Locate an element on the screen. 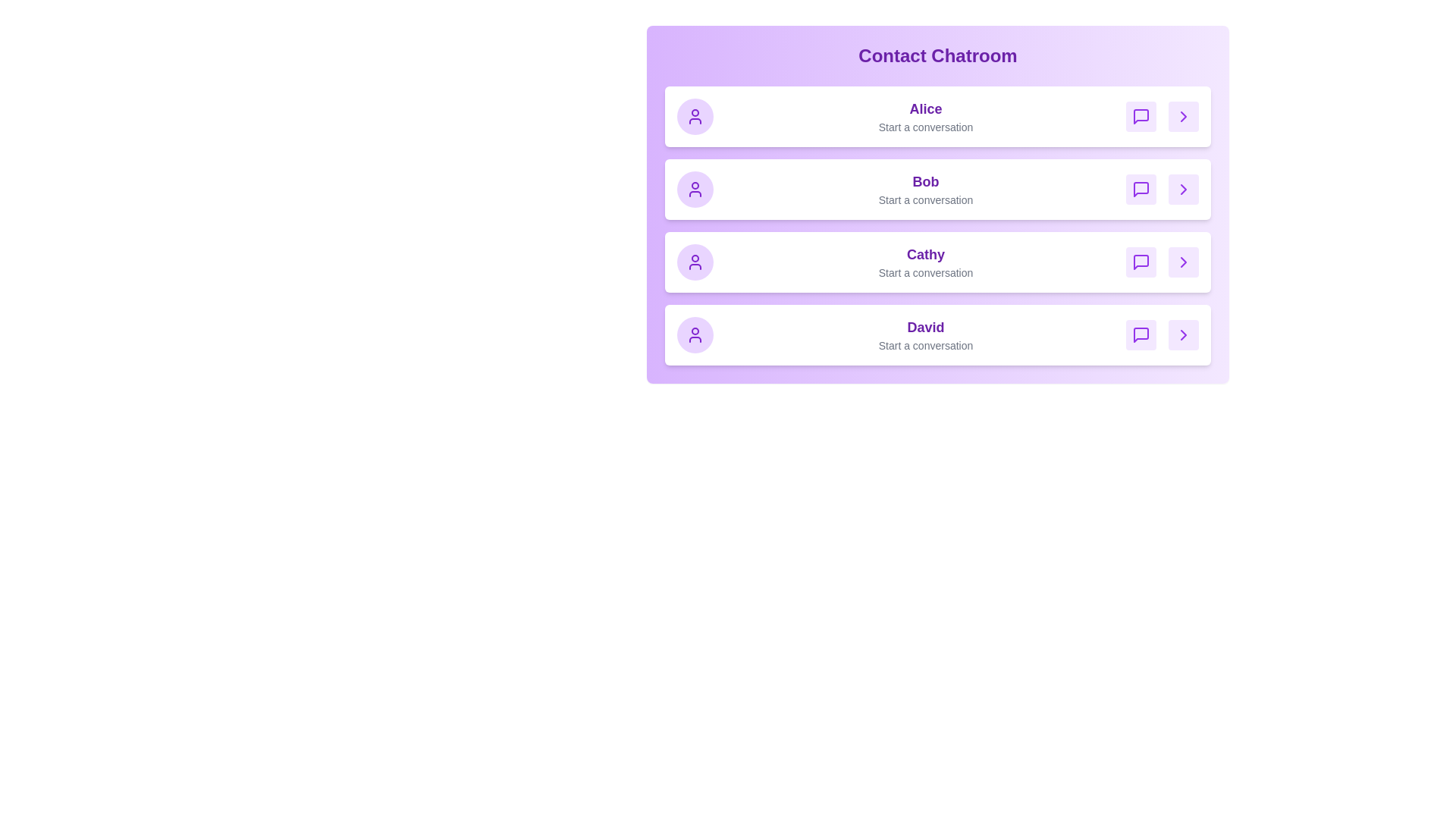  arrow icon for Cathy to view more details is located at coordinates (1182, 262).